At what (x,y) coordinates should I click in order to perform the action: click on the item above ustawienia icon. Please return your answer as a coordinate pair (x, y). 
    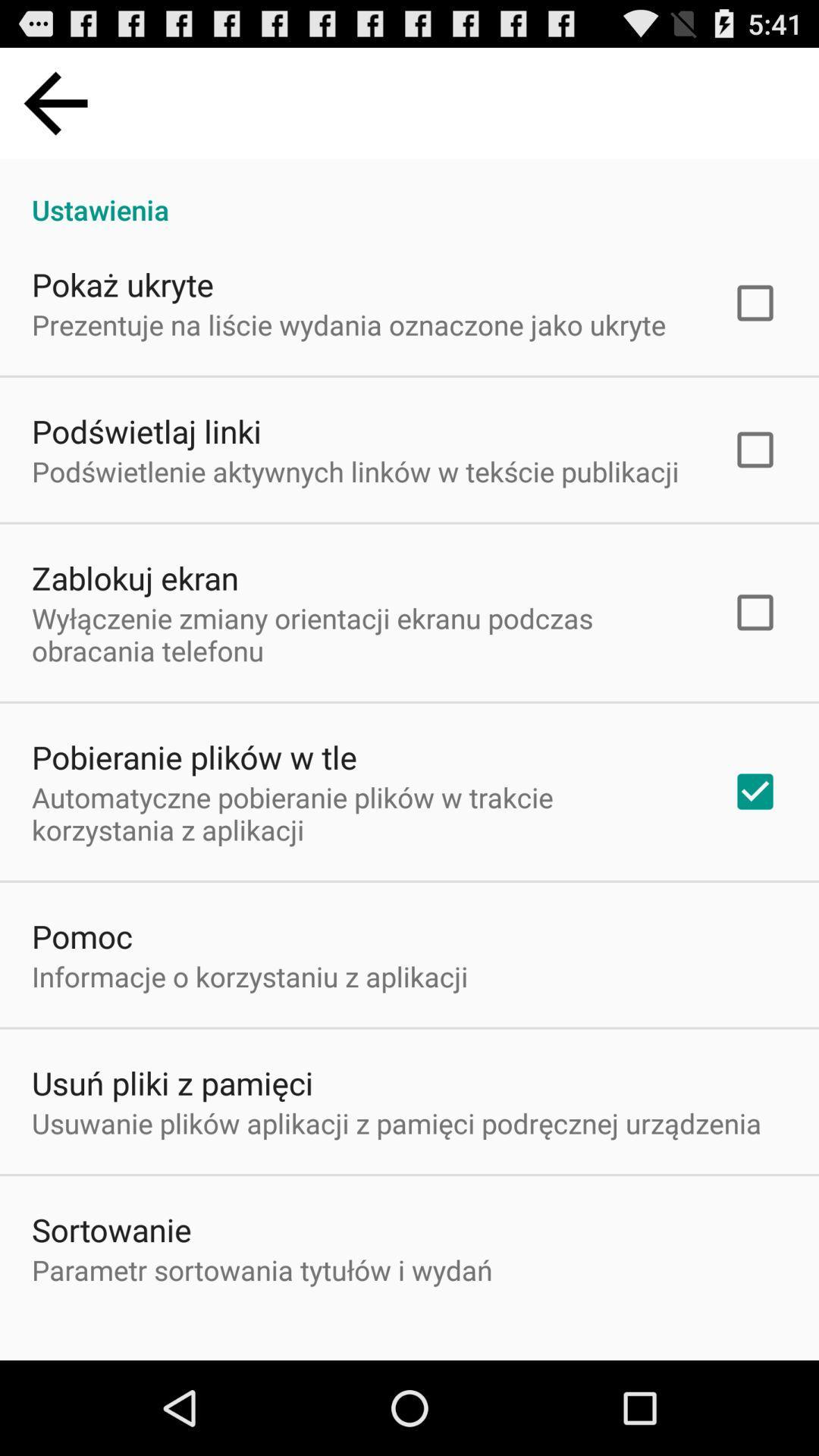
    Looking at the image, I should click on (55, 102).